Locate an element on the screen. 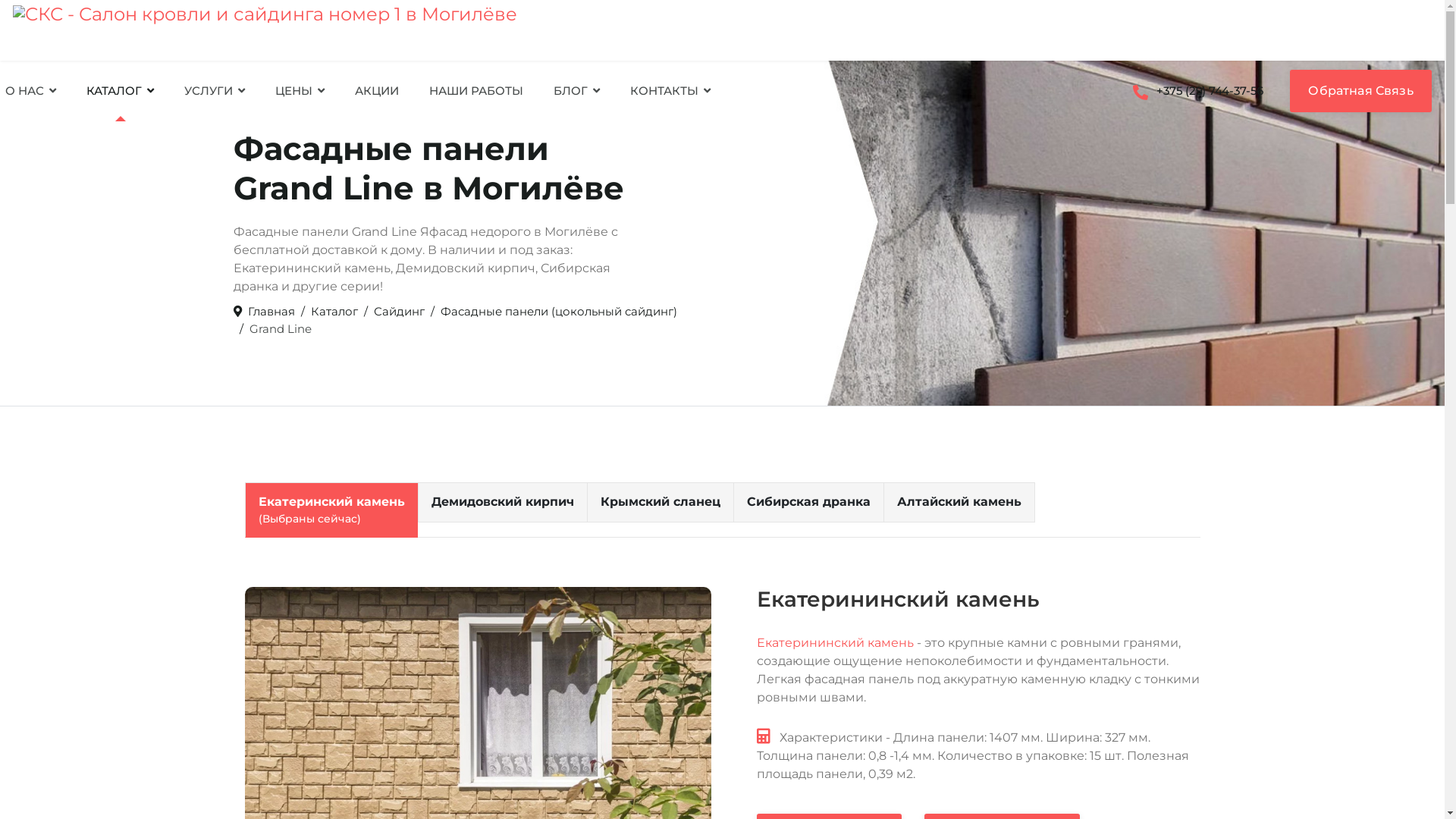  '+375 (29) 744-37-56' is located at coordinates (1197, 90).